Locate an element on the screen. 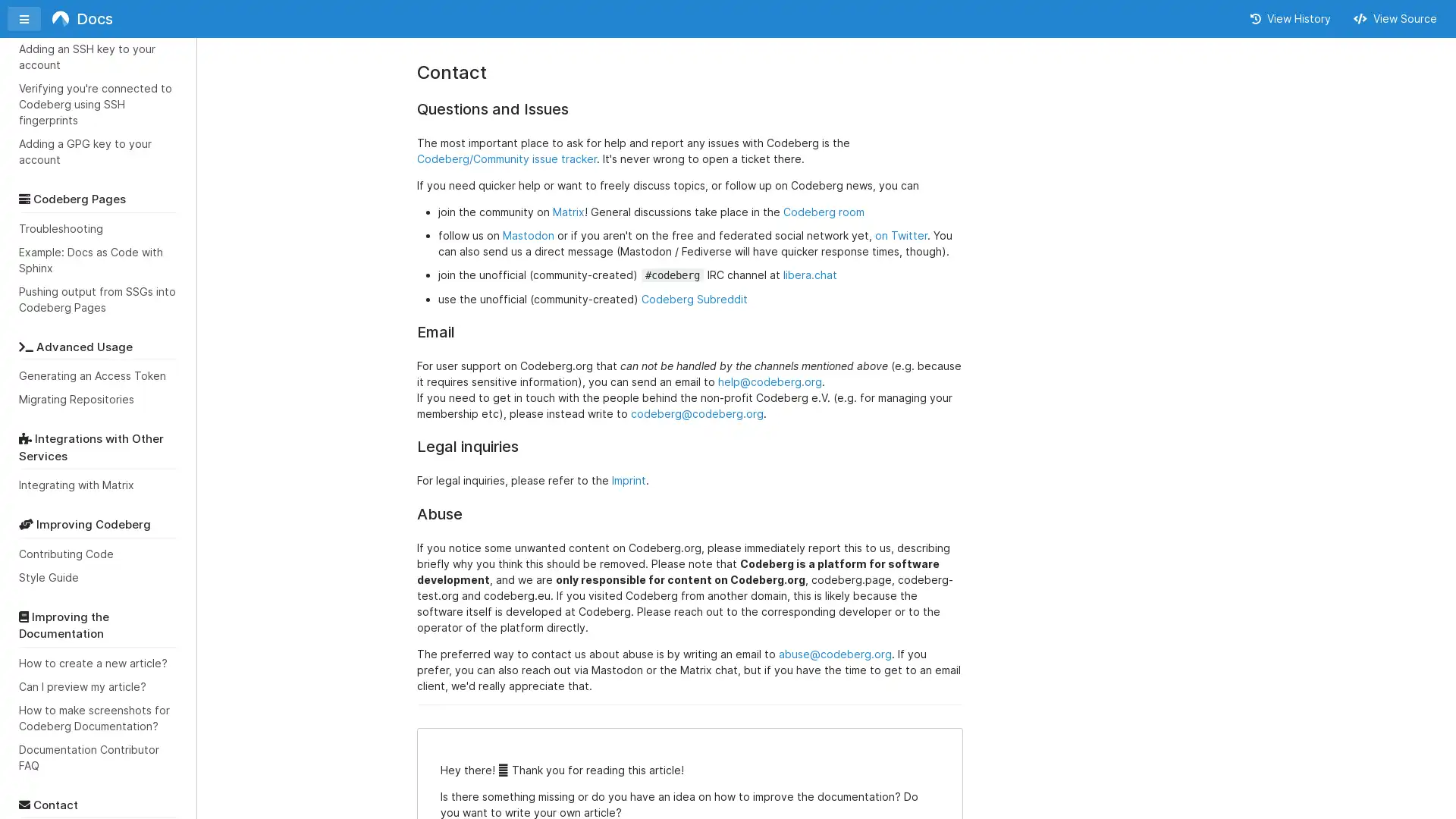 The height and width of the screenshot is (819, 1456). Toggle sidebar is located at coordinates (24, 17).